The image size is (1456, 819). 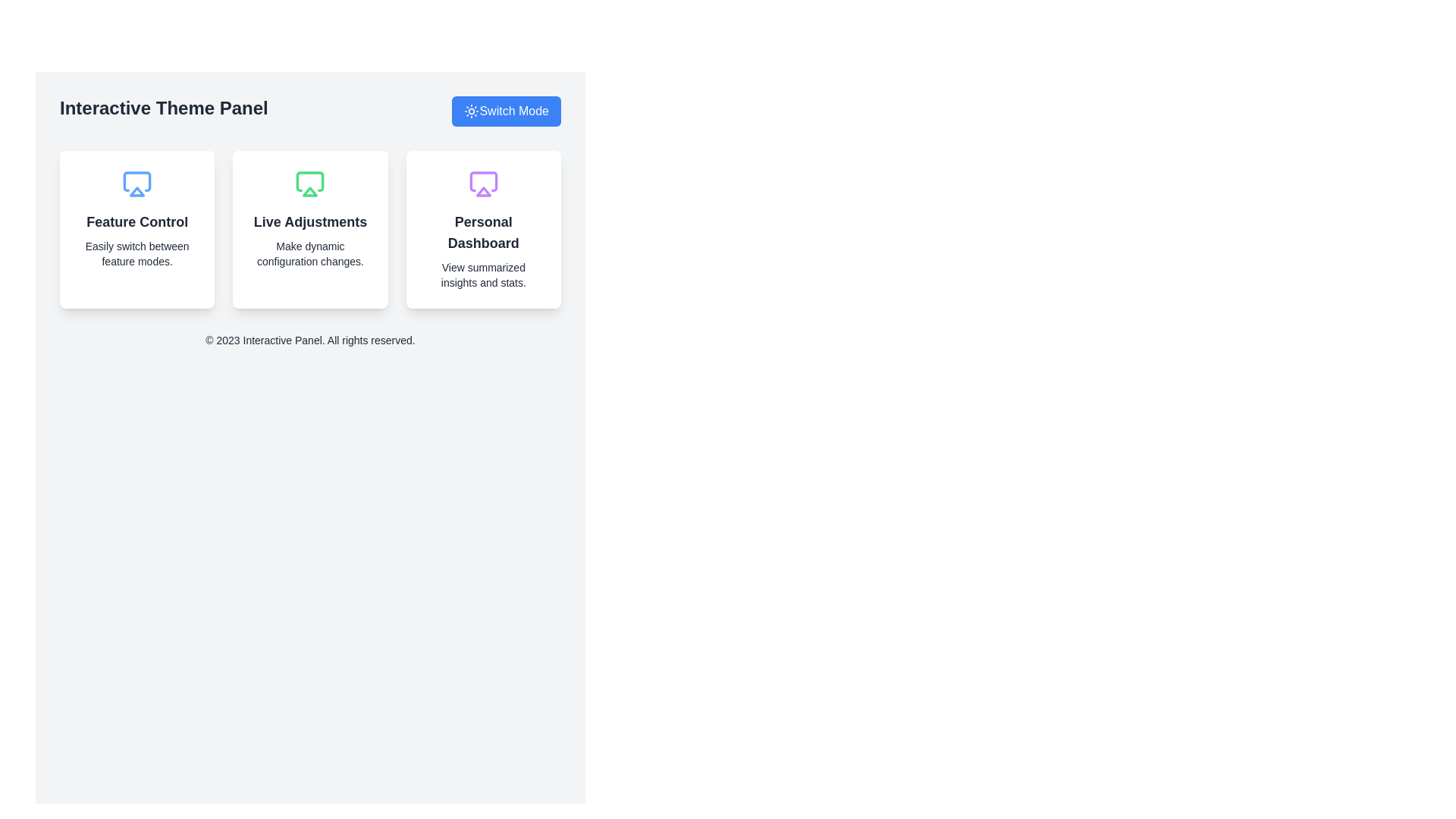 I want to click on the triangular SVG icon within the green rectangular icon located centrally in the second column of the row of three main icons representing functionalities in the interface, so click(x=309, y=191).